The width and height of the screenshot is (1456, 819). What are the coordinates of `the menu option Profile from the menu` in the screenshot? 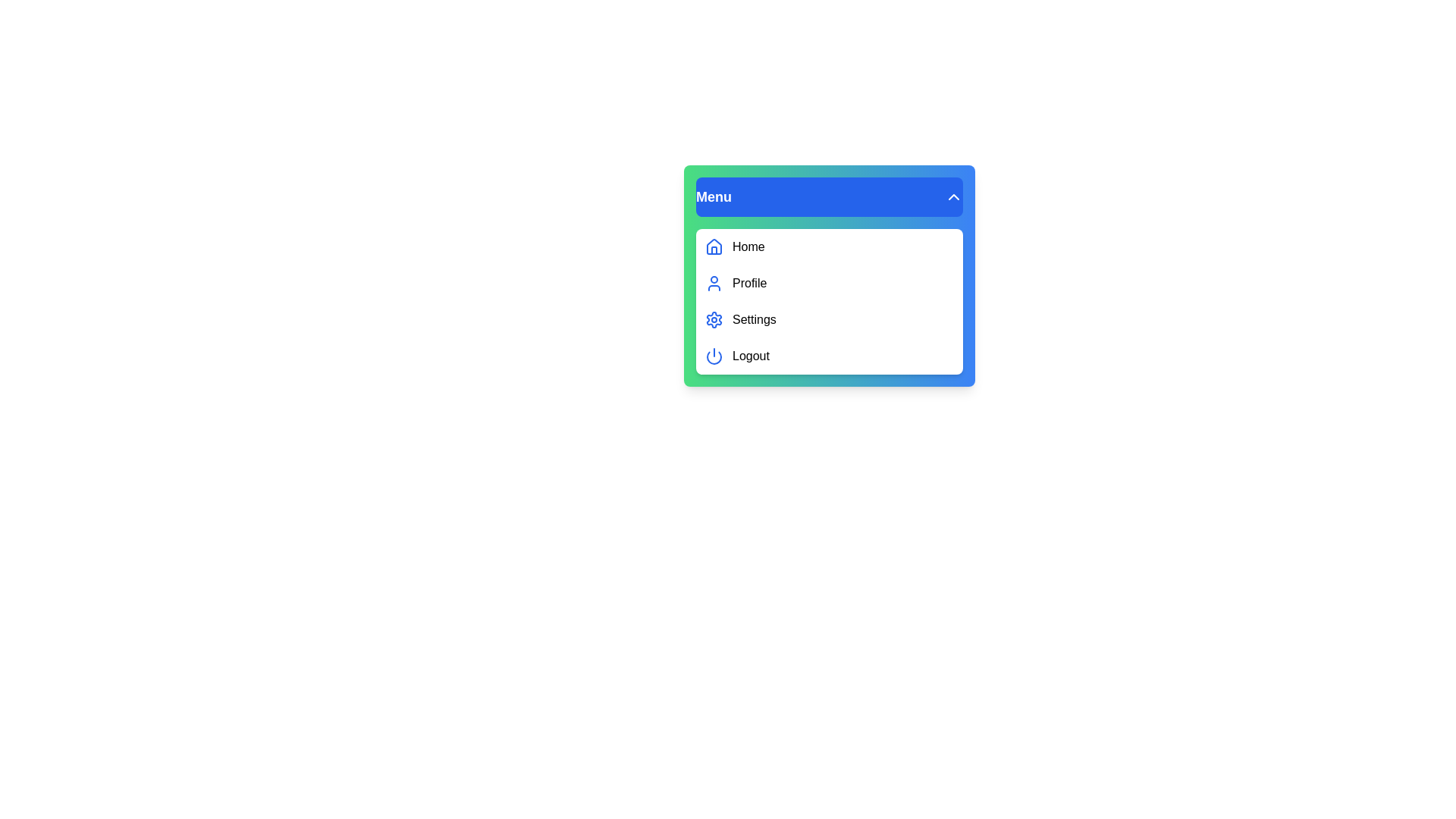 It's located at (829, 284).